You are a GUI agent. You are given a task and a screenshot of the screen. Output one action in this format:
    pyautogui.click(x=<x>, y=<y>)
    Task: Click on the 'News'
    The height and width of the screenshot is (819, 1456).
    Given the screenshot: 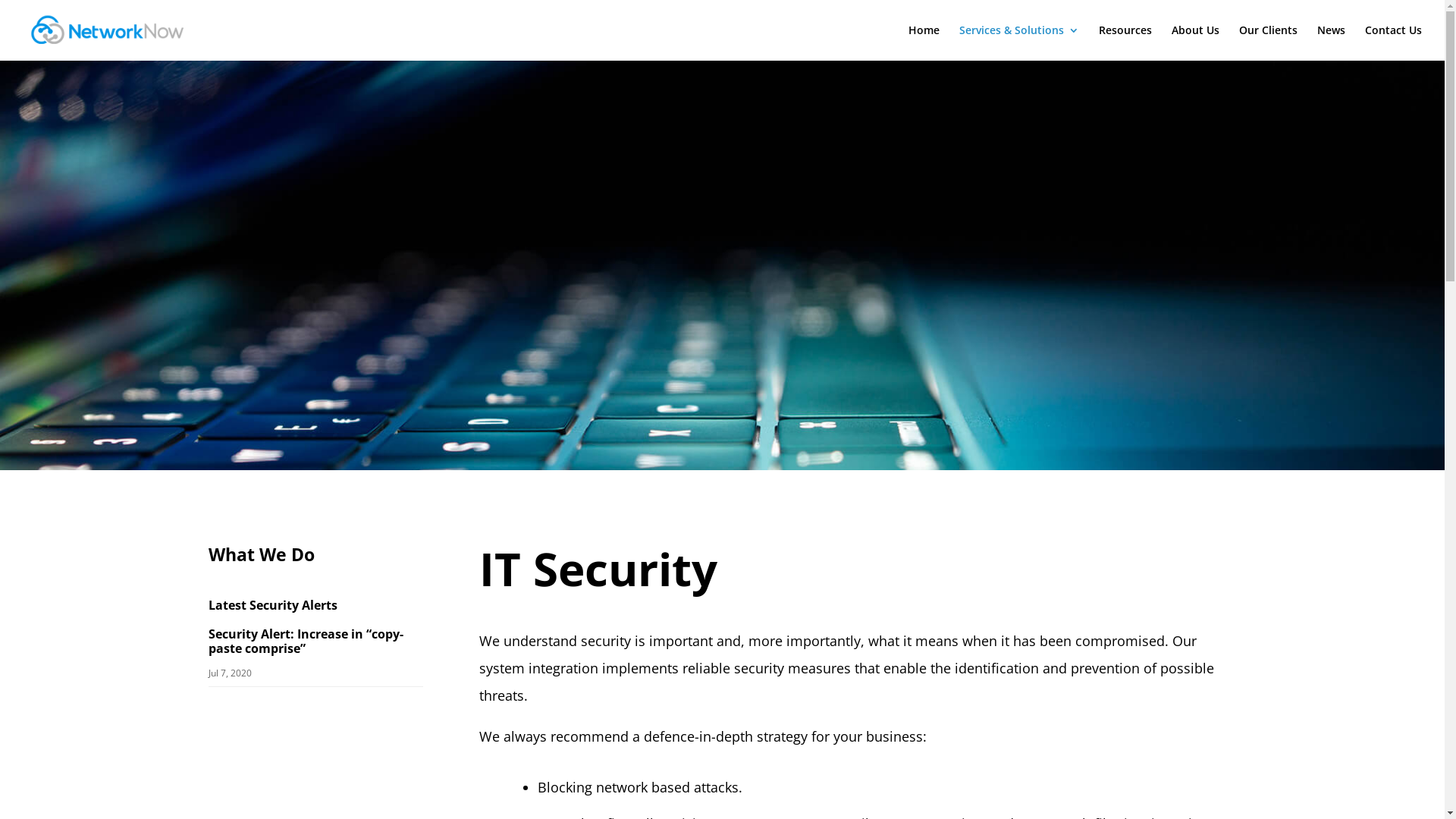 What is the action you would take?
    pyautogui.click(x=1330, y=42)
    